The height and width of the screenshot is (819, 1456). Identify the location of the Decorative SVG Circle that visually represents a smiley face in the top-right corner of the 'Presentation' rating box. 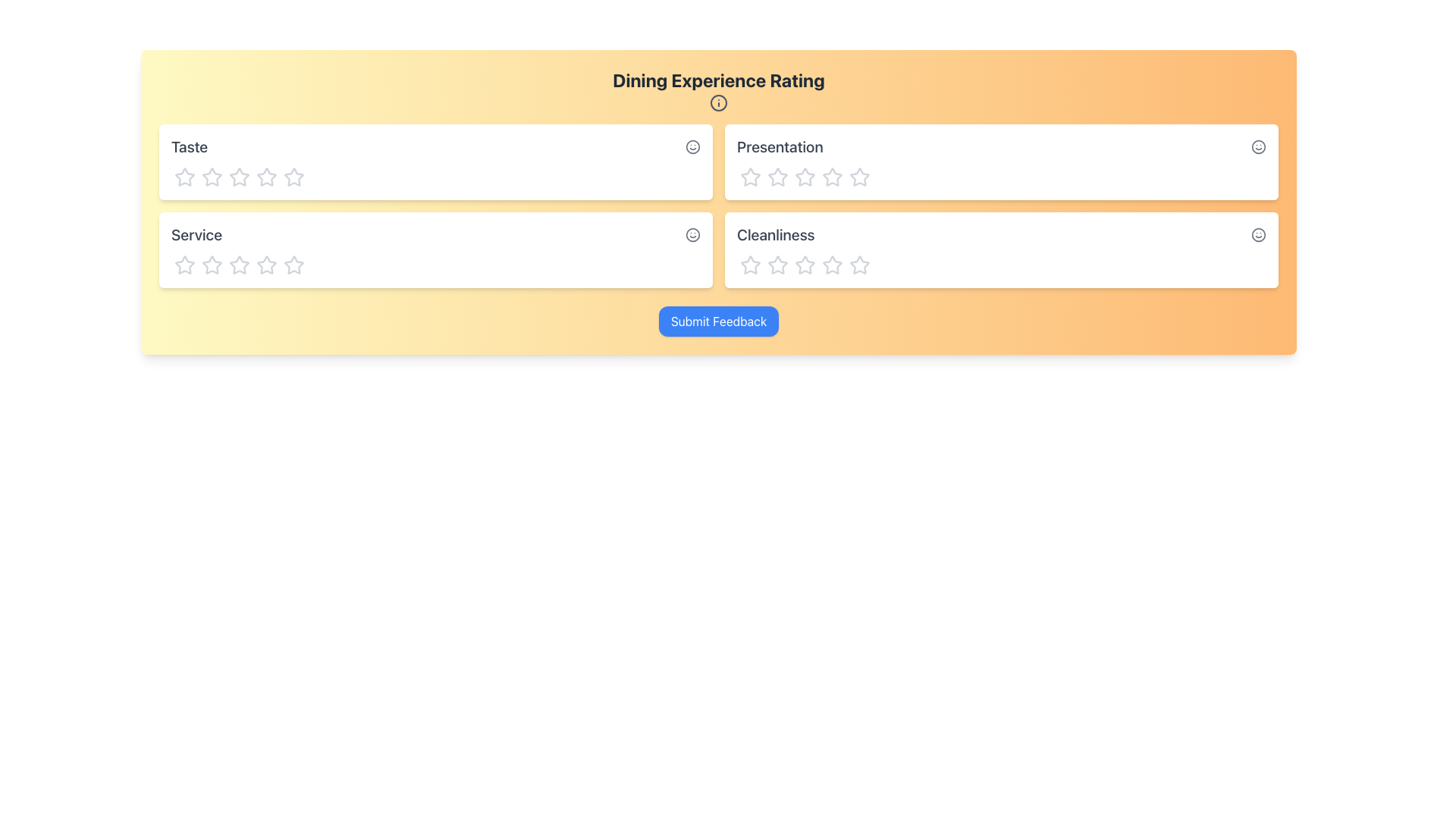
(1259, 146).